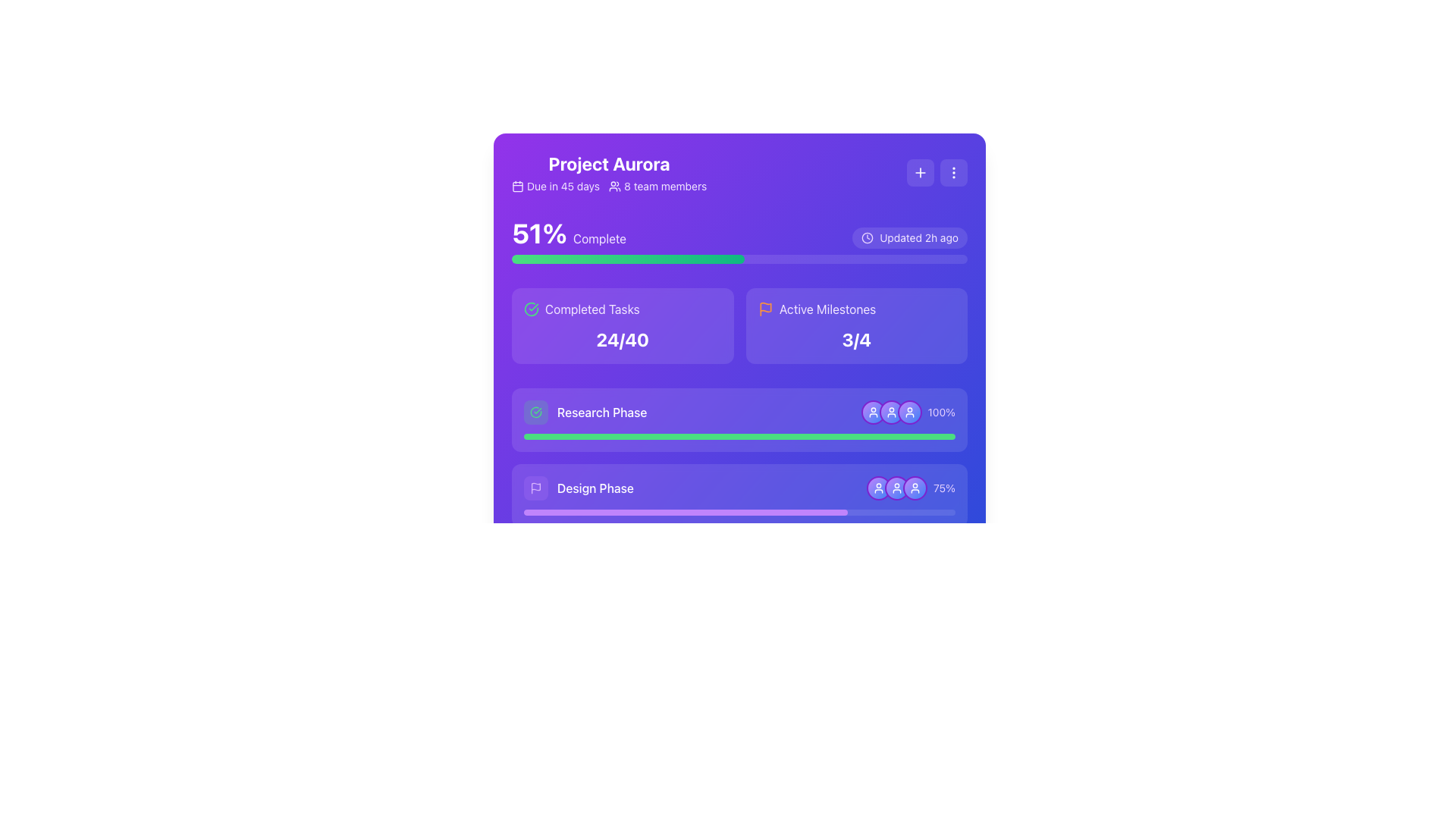  What do you see at coordinates (856, 325) in the screenshot?
I see `the Information Display Card that summarizes active milestones for the project, located in the top row, second column of a two-column grid layout` at bounding box center [856, 325].